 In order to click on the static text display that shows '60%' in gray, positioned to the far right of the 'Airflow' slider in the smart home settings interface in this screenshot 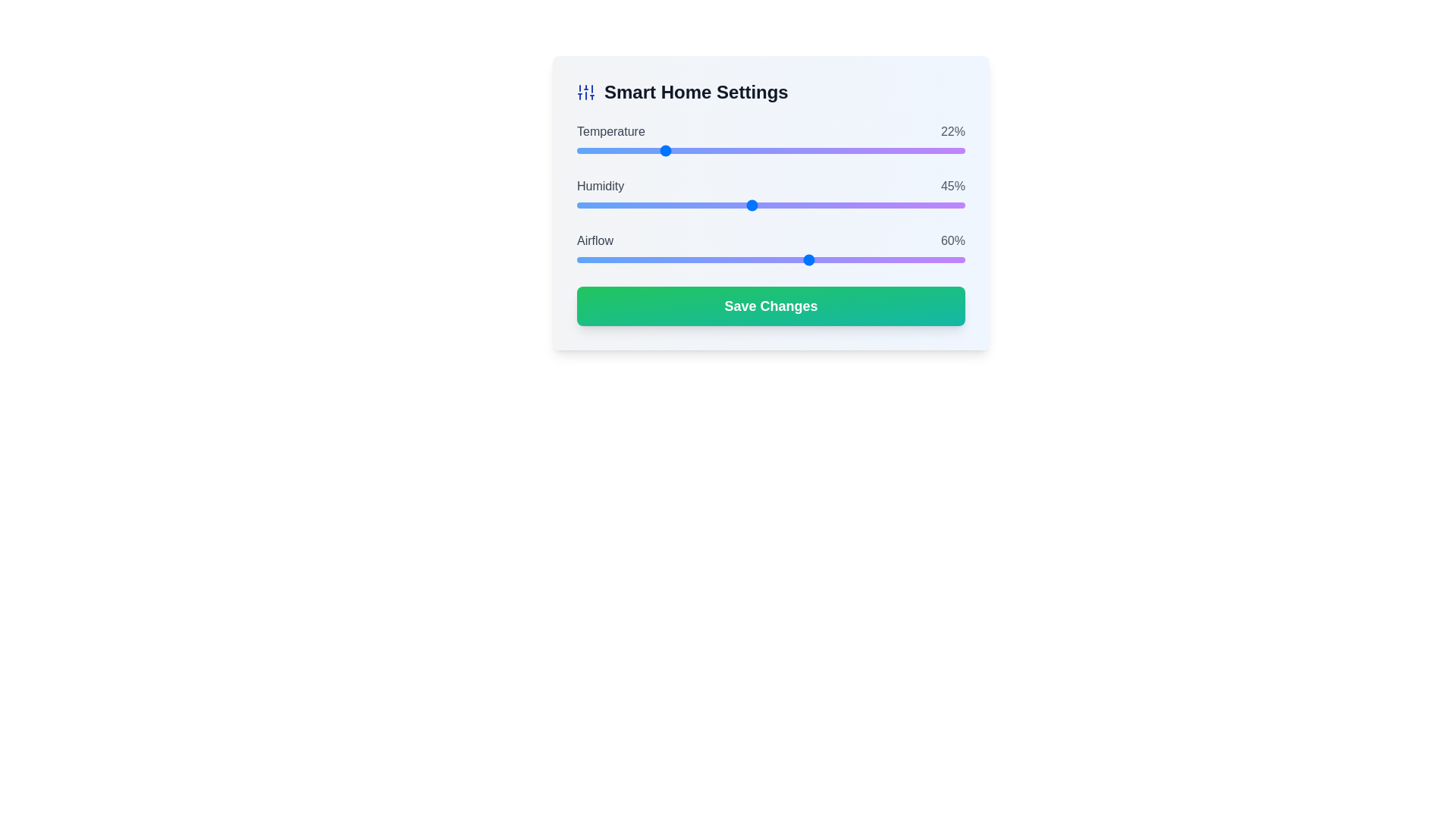, I will do `click(952, 240)`.